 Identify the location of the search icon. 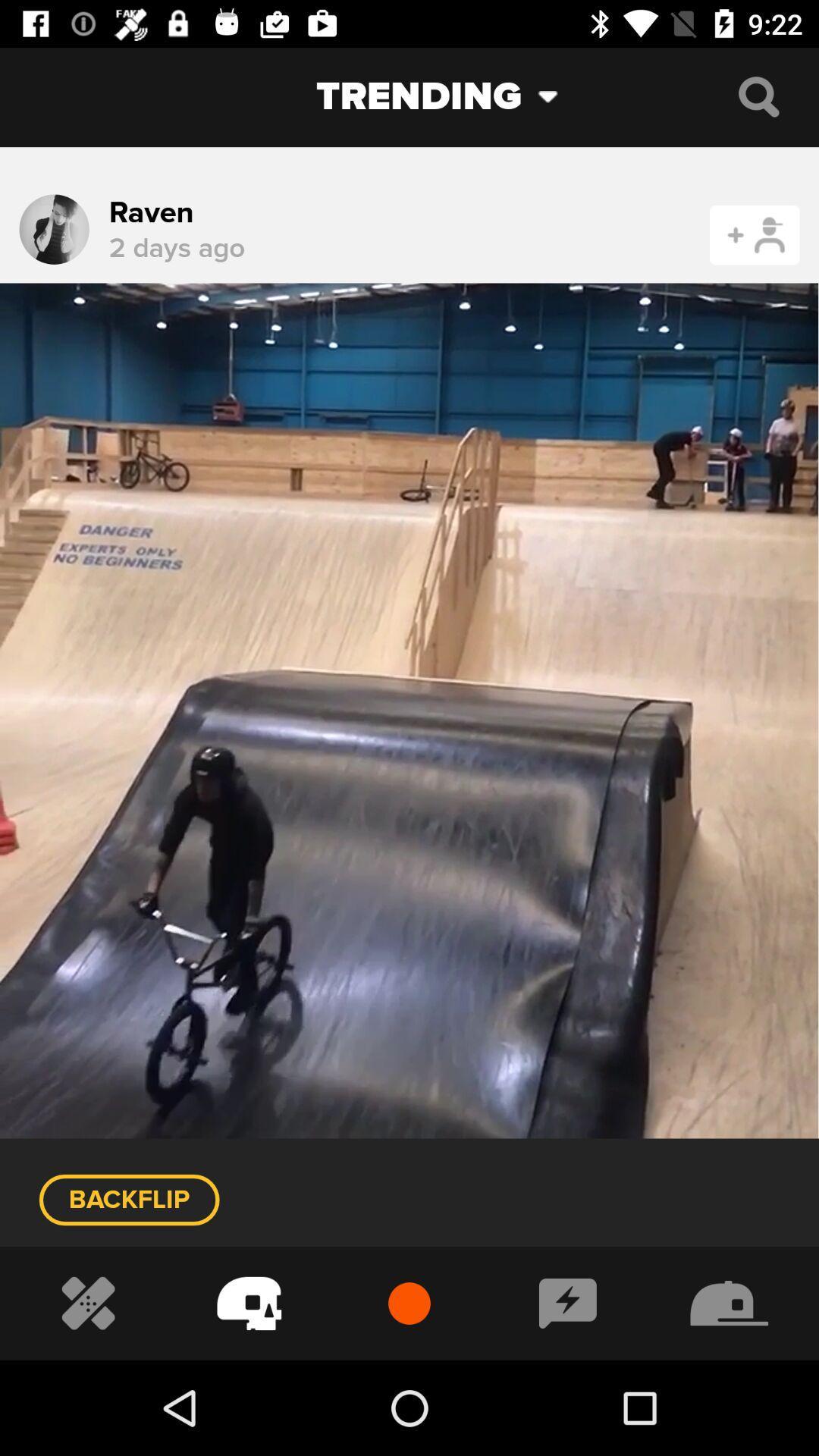
(758, 96).